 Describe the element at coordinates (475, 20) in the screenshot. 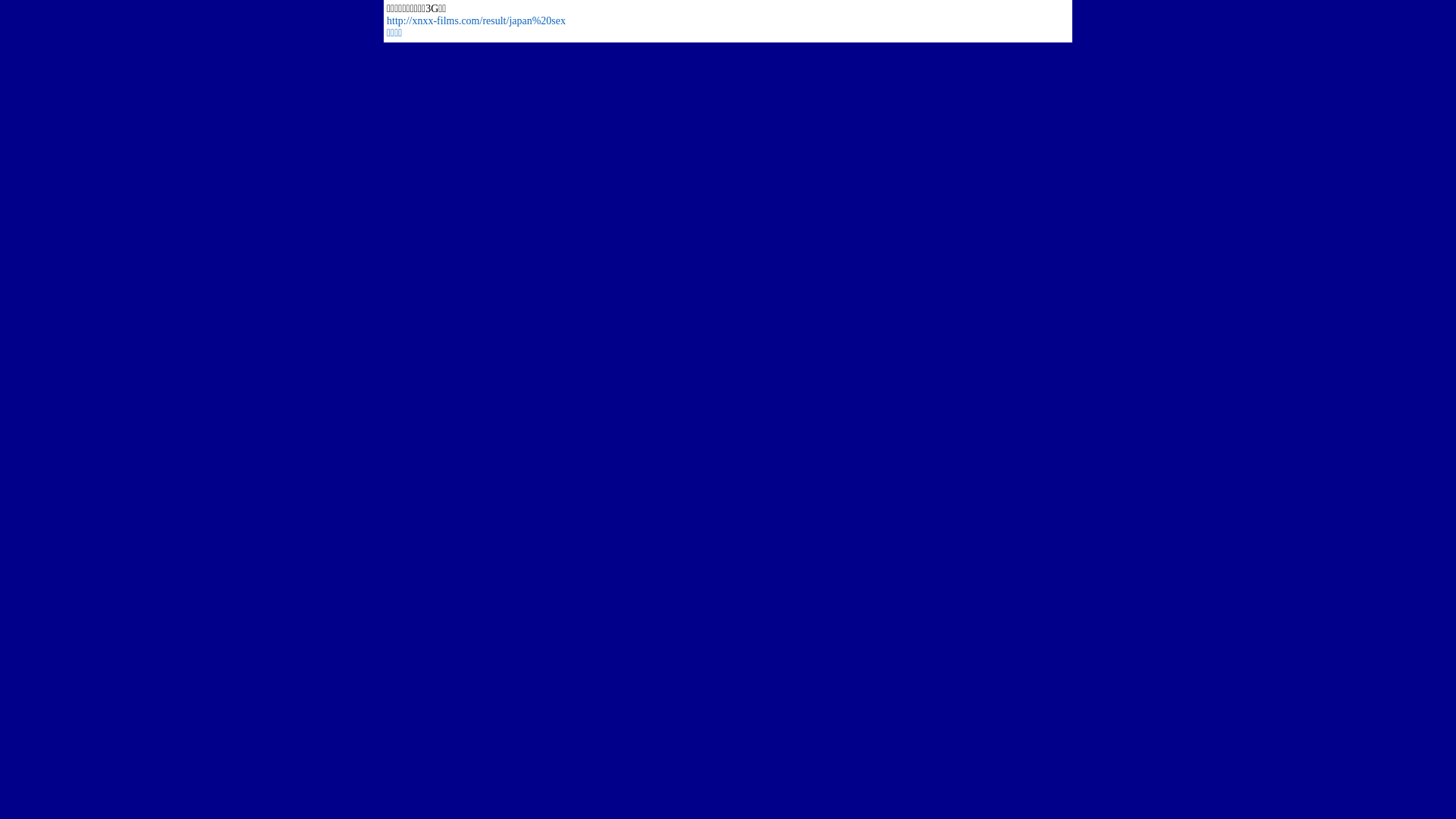

I see `'http://xnxx-films.com/result/japan%20sex'` at that location.